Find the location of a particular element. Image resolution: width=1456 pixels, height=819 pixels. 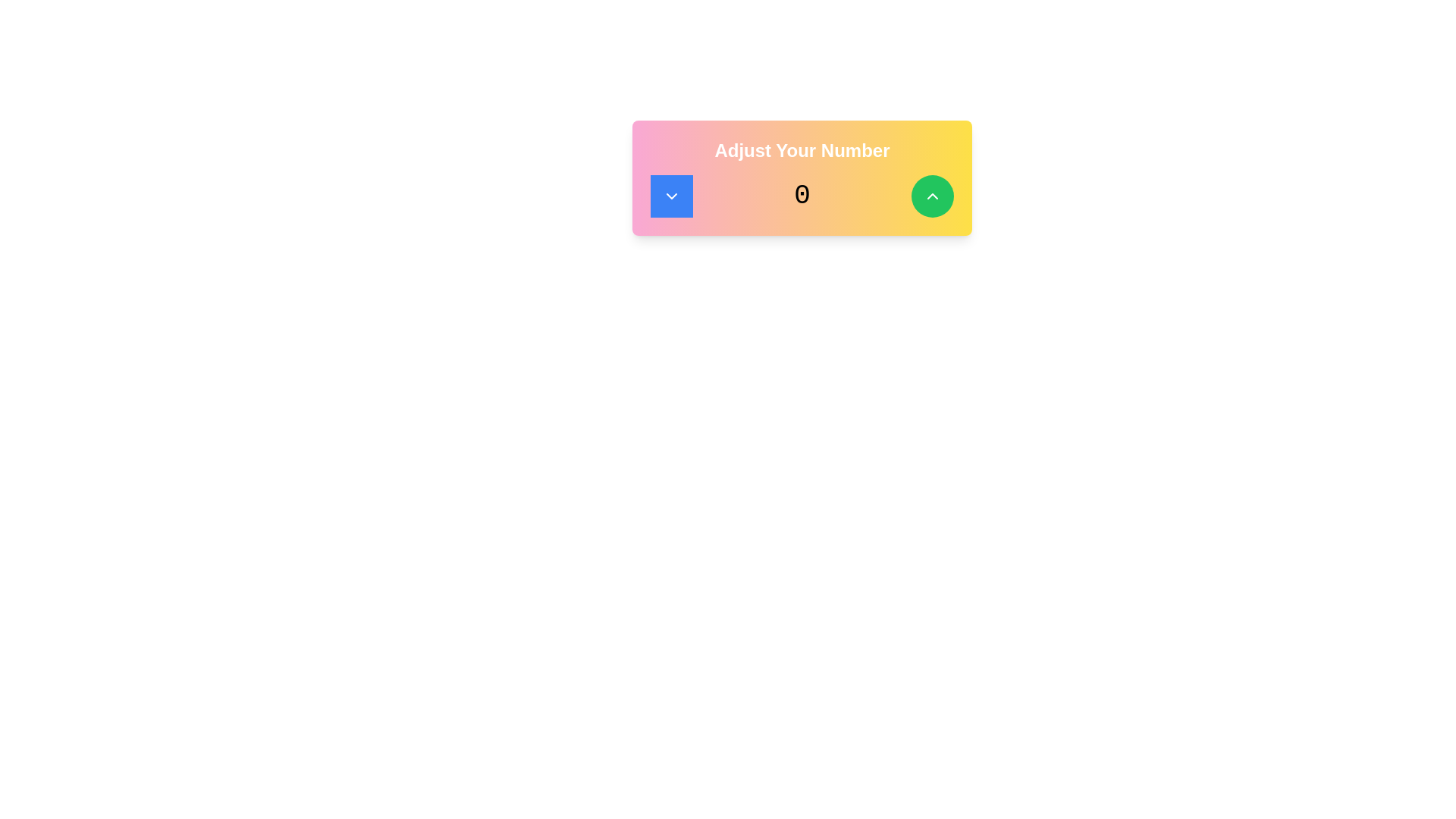

the static text element displaying a numerical value, positioned between two round buttons is located at coordinates (801, 195).